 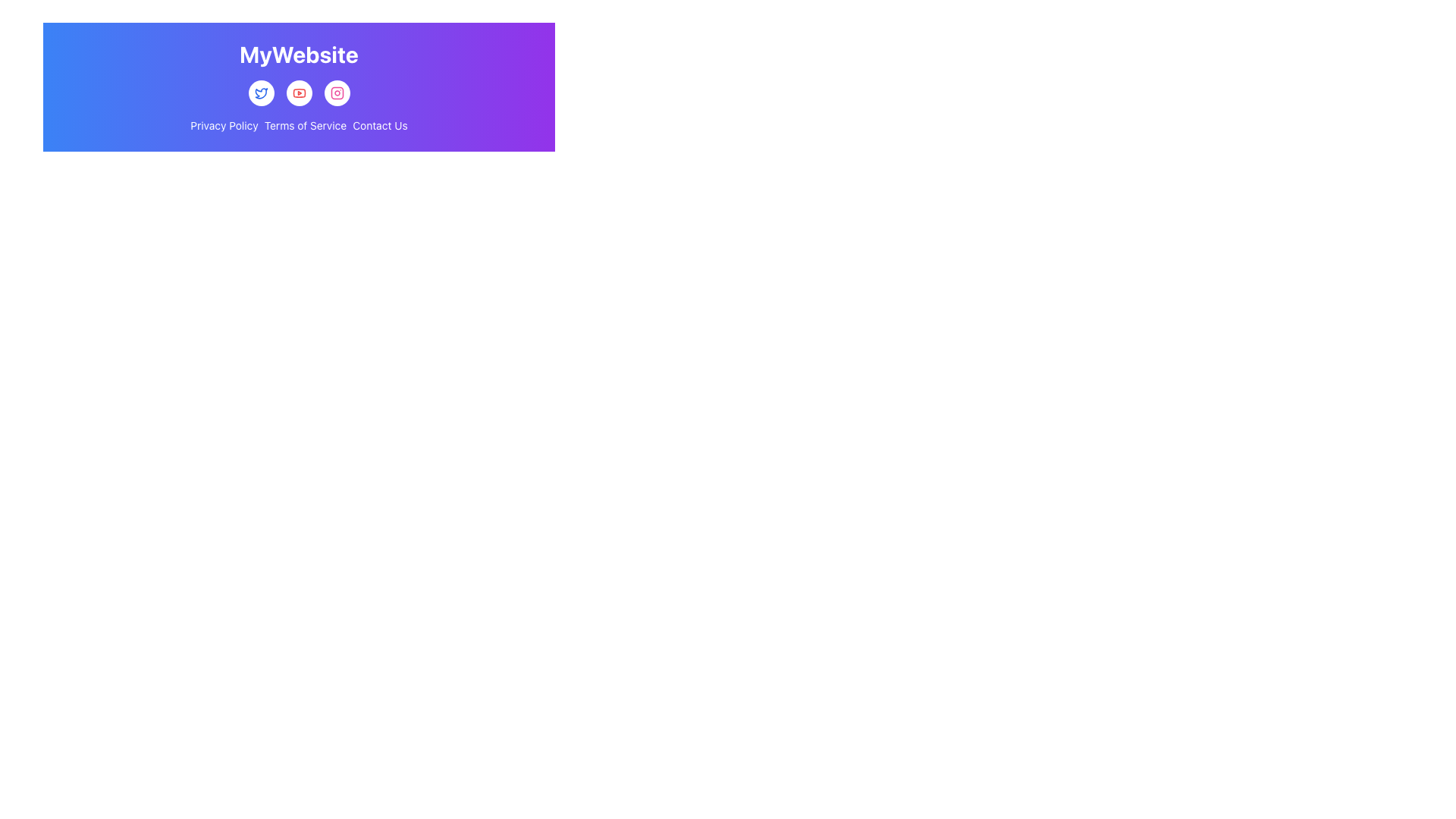 What do you see at coordinates (299, 87) in the screenshot?
I see `the links in the header banner component` at bounding box center [299, 87].